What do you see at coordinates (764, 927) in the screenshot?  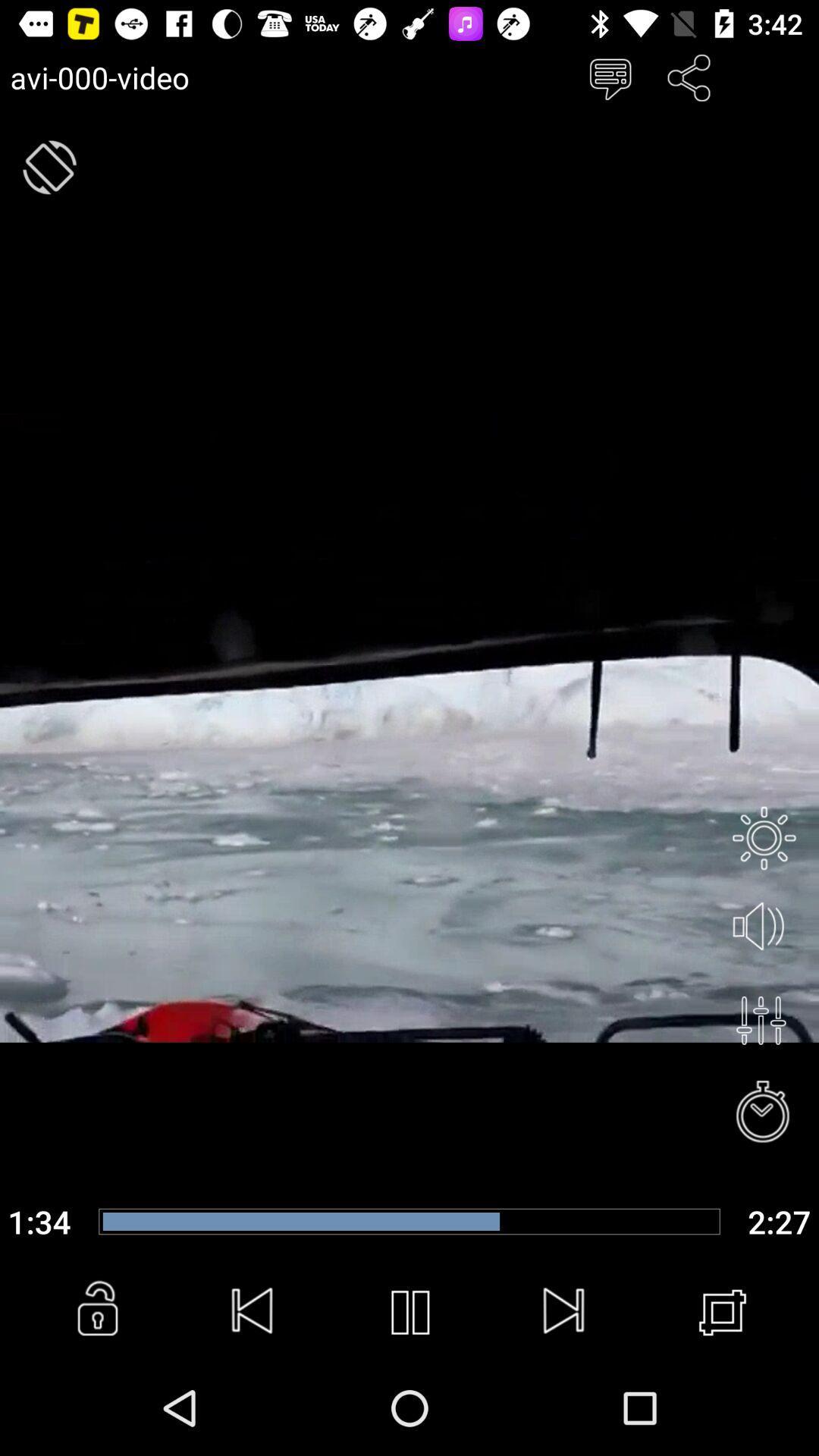 I see `mute button` at bounding box center [764, 927].